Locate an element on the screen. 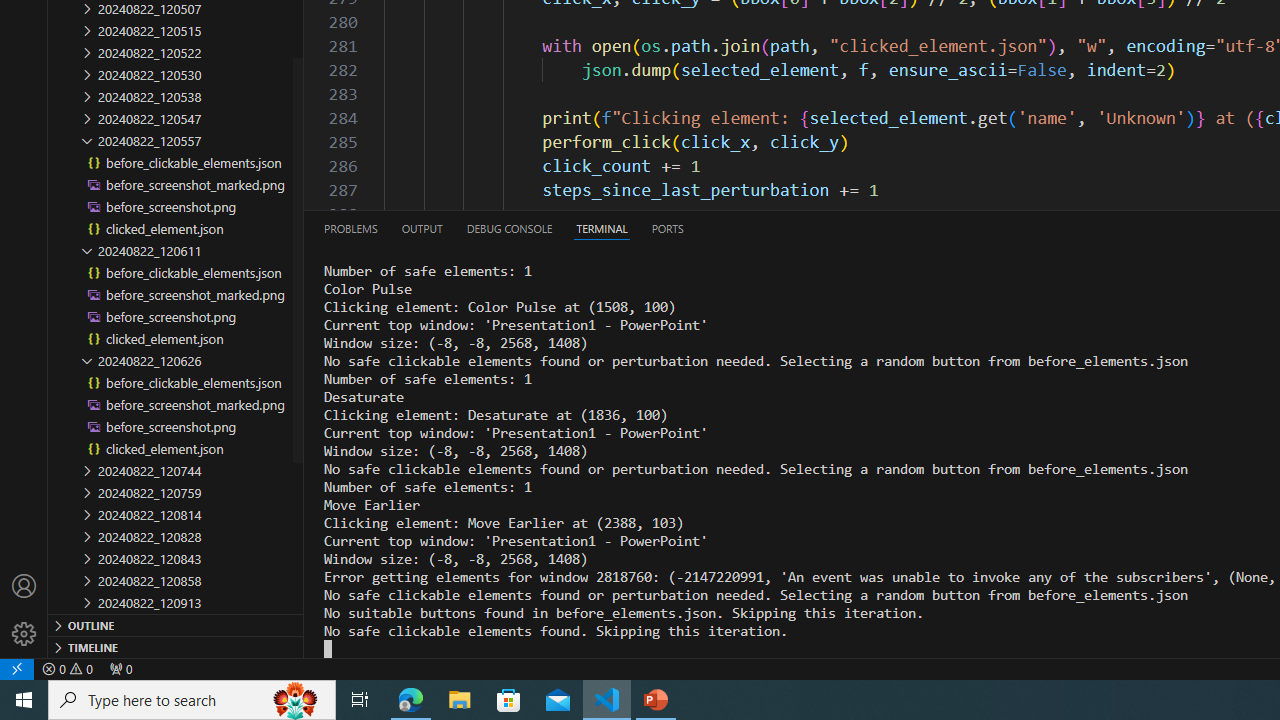 The width and height of the screenshot is (1280, 720). 'Output (Ctrl+Shift+U)' is located at coordinates (420, 227).